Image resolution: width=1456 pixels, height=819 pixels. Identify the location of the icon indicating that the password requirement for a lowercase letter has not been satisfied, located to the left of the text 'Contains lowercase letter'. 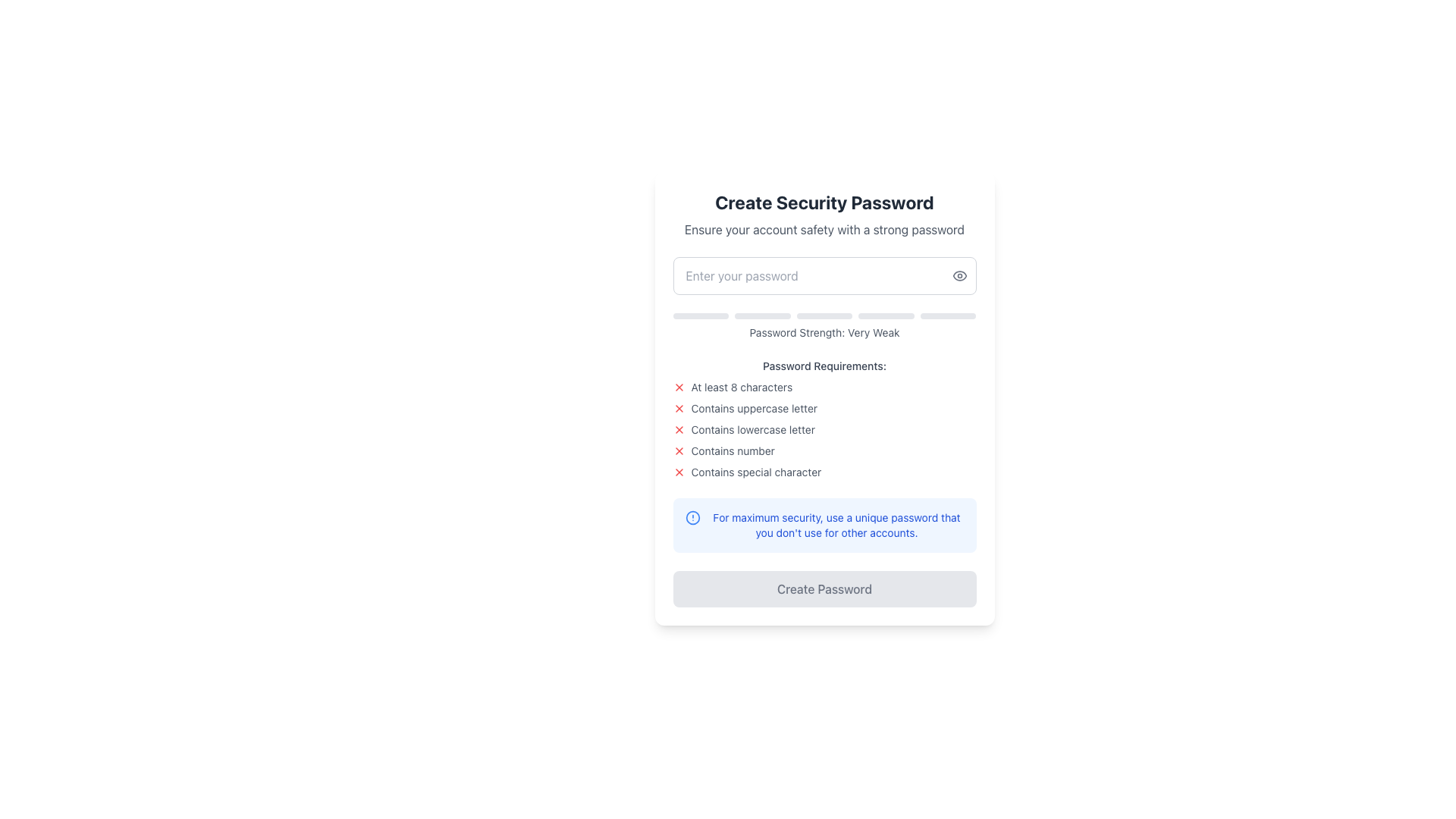
(678, 430).